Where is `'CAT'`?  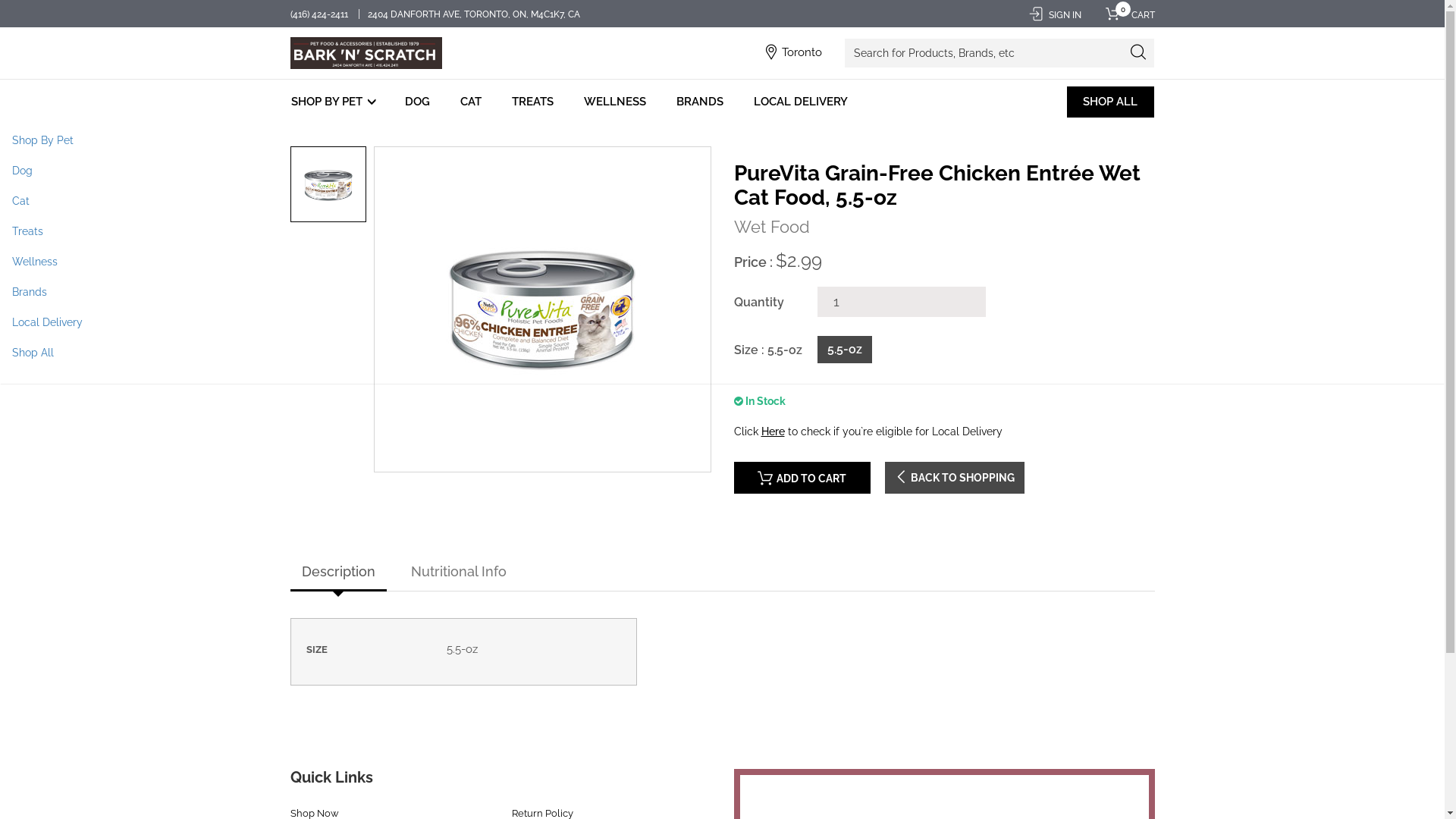 'CAT' is located at coordinates (455, 102).